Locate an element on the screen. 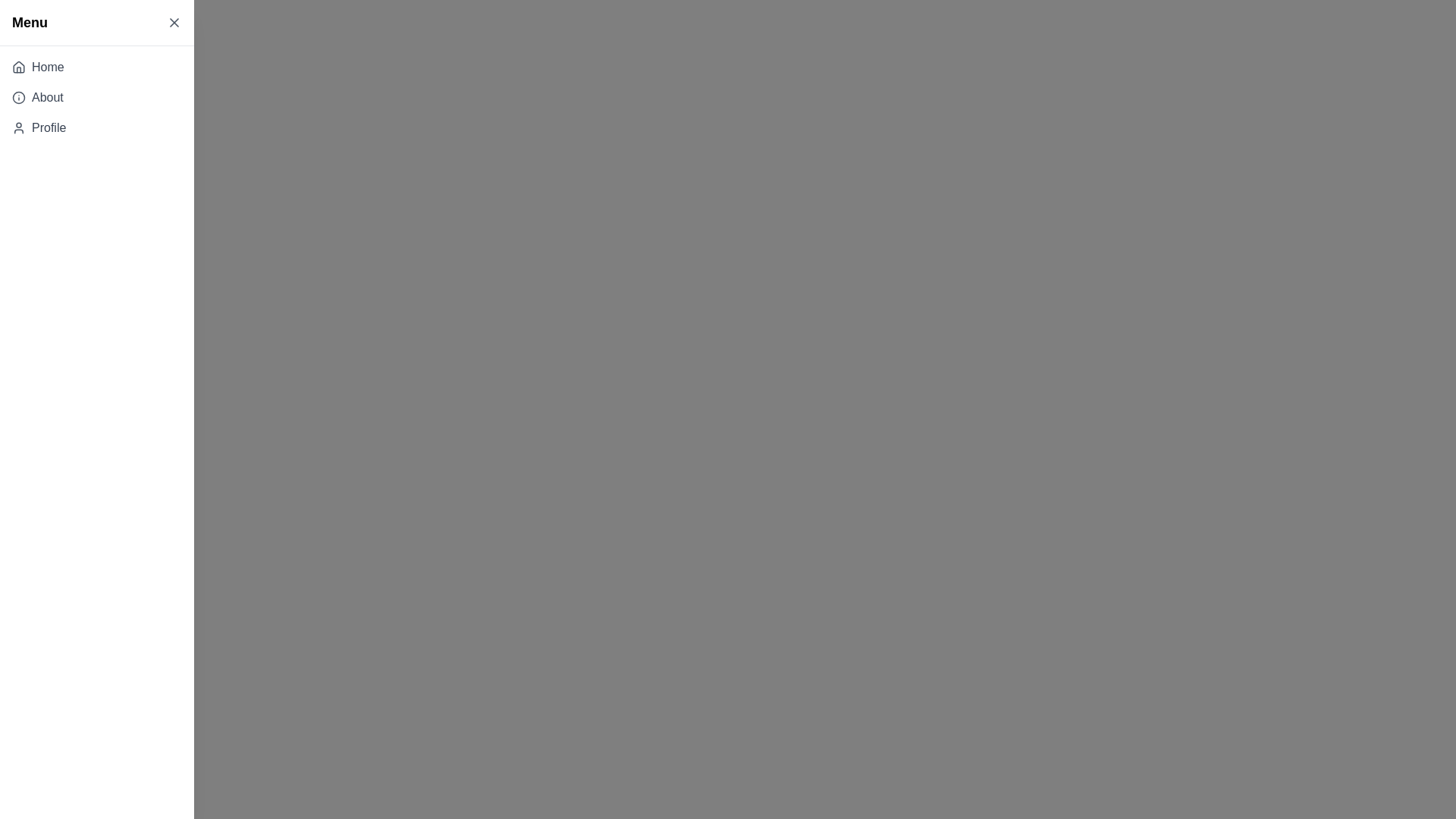 This screenshot has width=1456, height=819. the user profile icon located on the left-hand side menu, adjacent to the 'Profile' text, which signifies personal account settings is located at coordinates (18, 127).